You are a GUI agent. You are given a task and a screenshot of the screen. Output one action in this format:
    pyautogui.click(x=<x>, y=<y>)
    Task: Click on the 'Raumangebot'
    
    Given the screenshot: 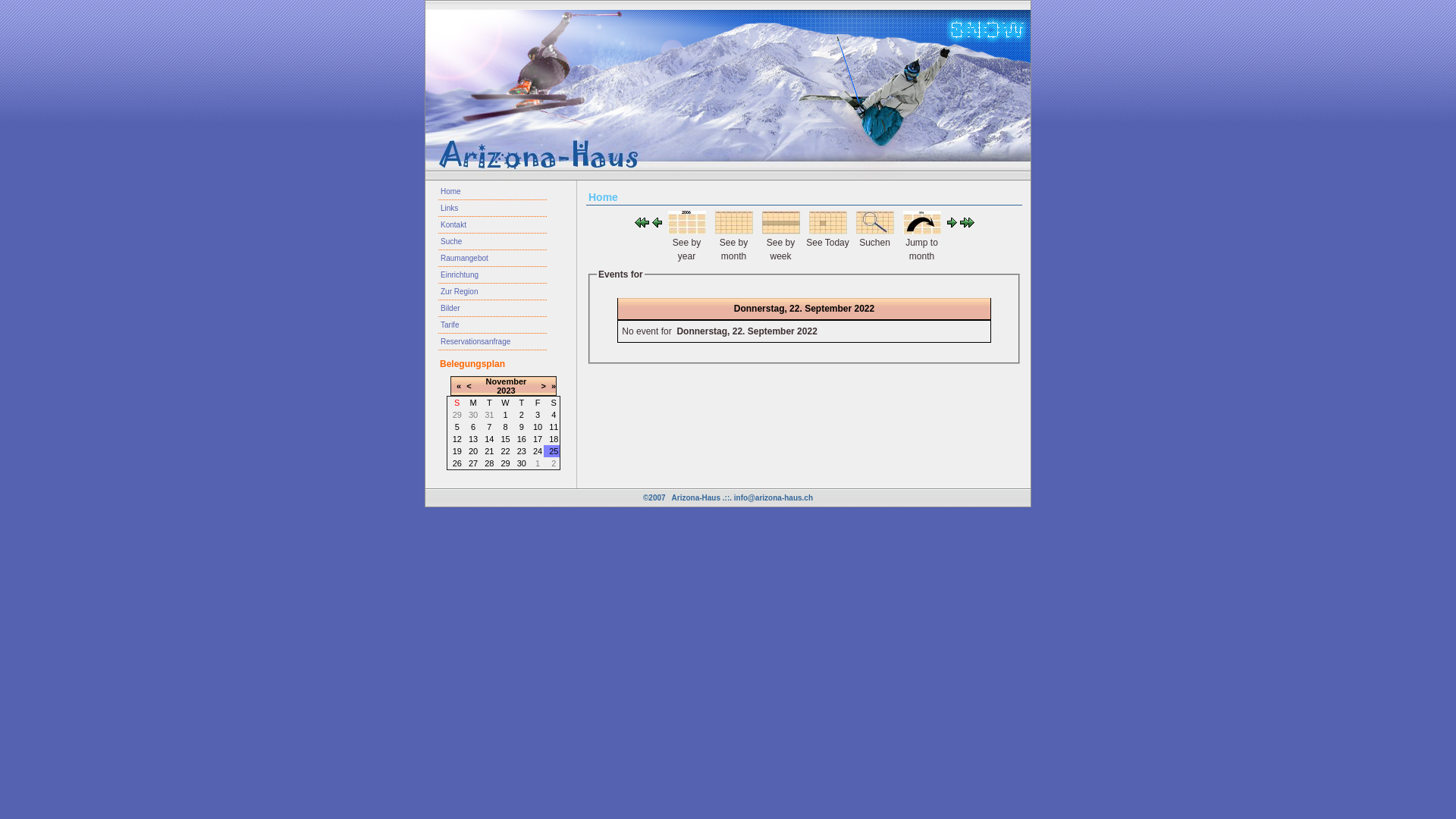 What is the action you would take?
    pyautogui.click(x=492, y=257)
    